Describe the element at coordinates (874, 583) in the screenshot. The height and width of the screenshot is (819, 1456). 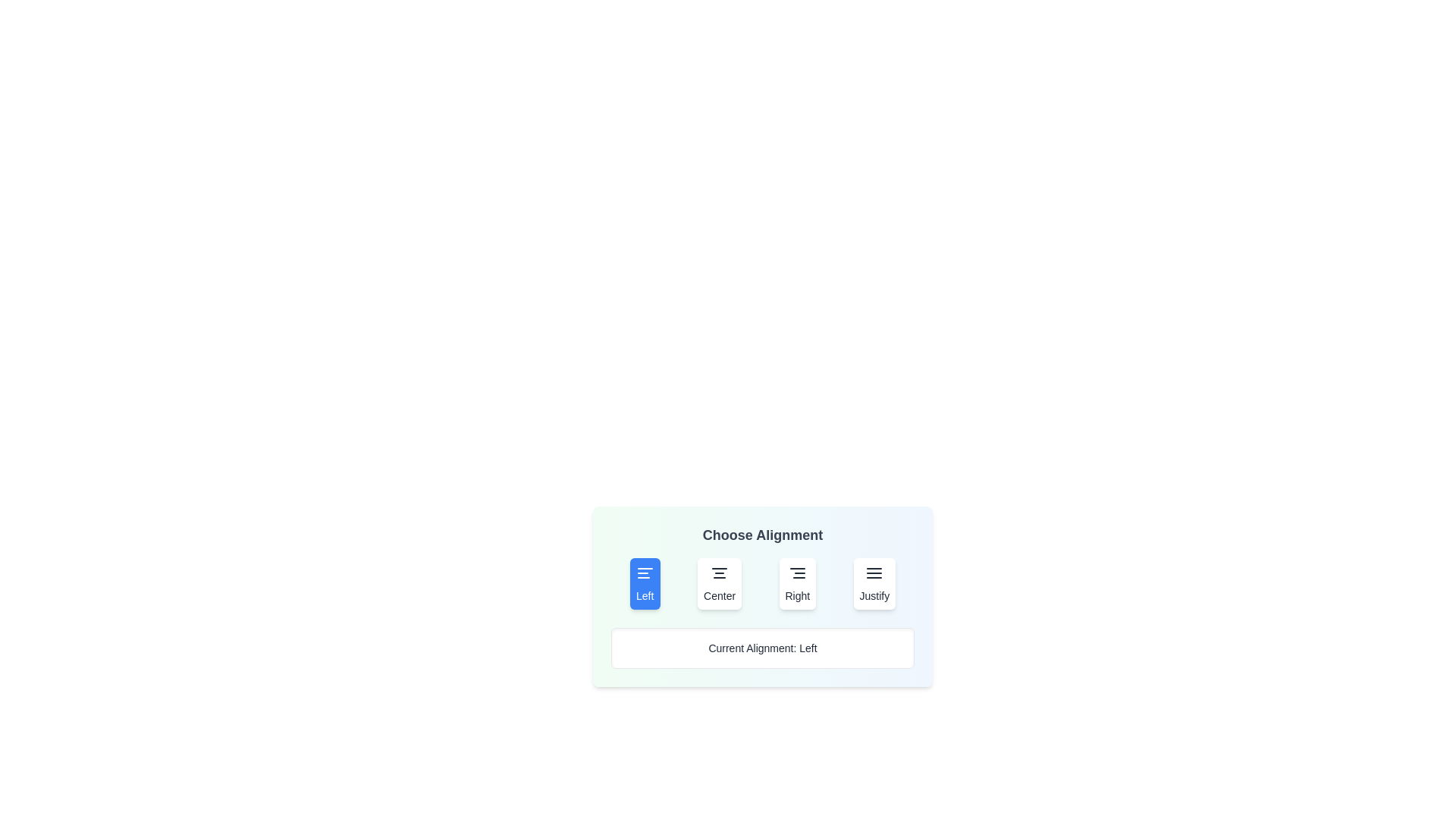
I see `the button labeled Justify to observe its hover effect` at that location.